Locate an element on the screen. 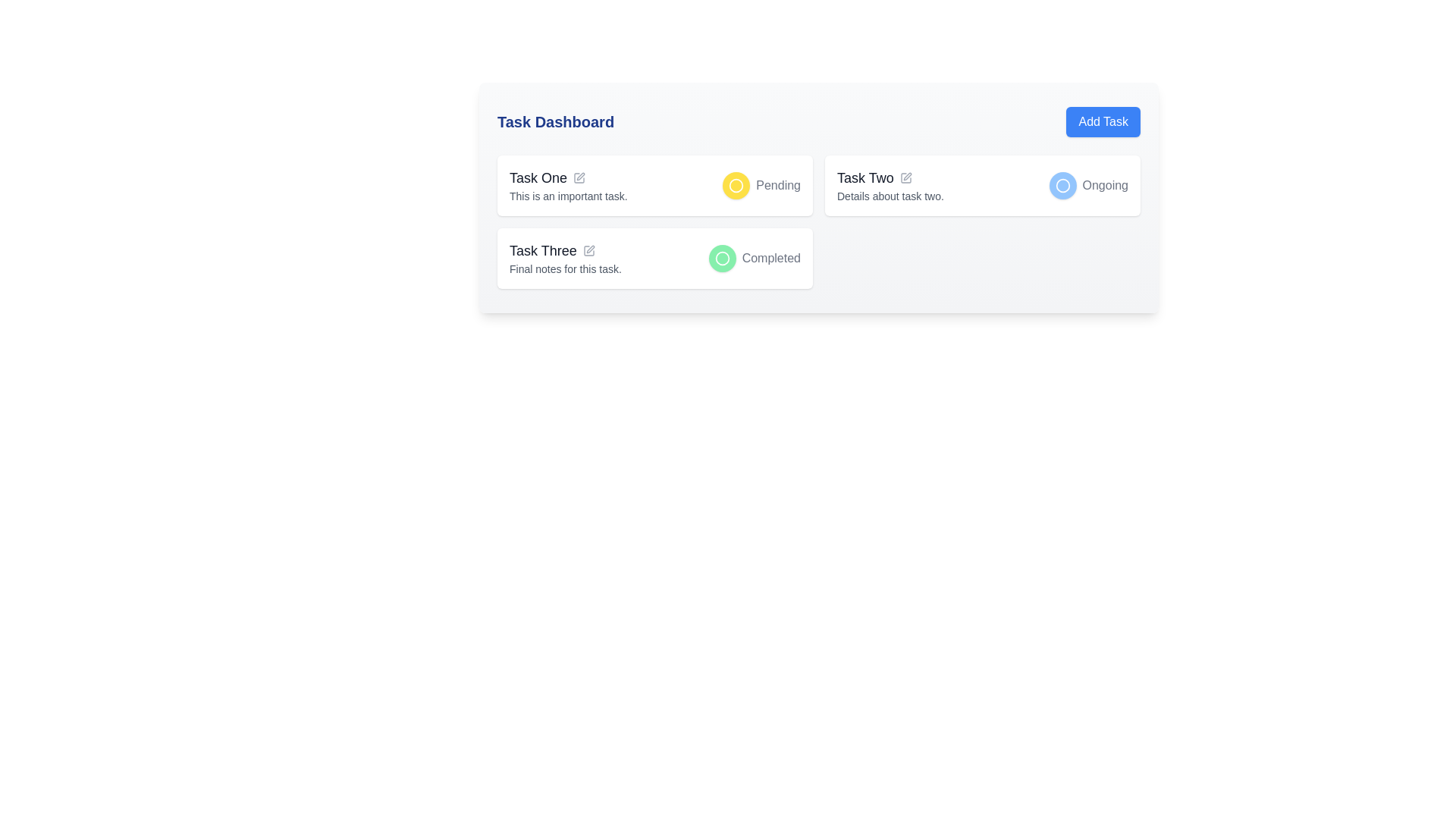 The image size is (1456, 819). the small square pen icon, which is positioned immediately to the right of the 'Task One' label is located at coordinates (578, 177).